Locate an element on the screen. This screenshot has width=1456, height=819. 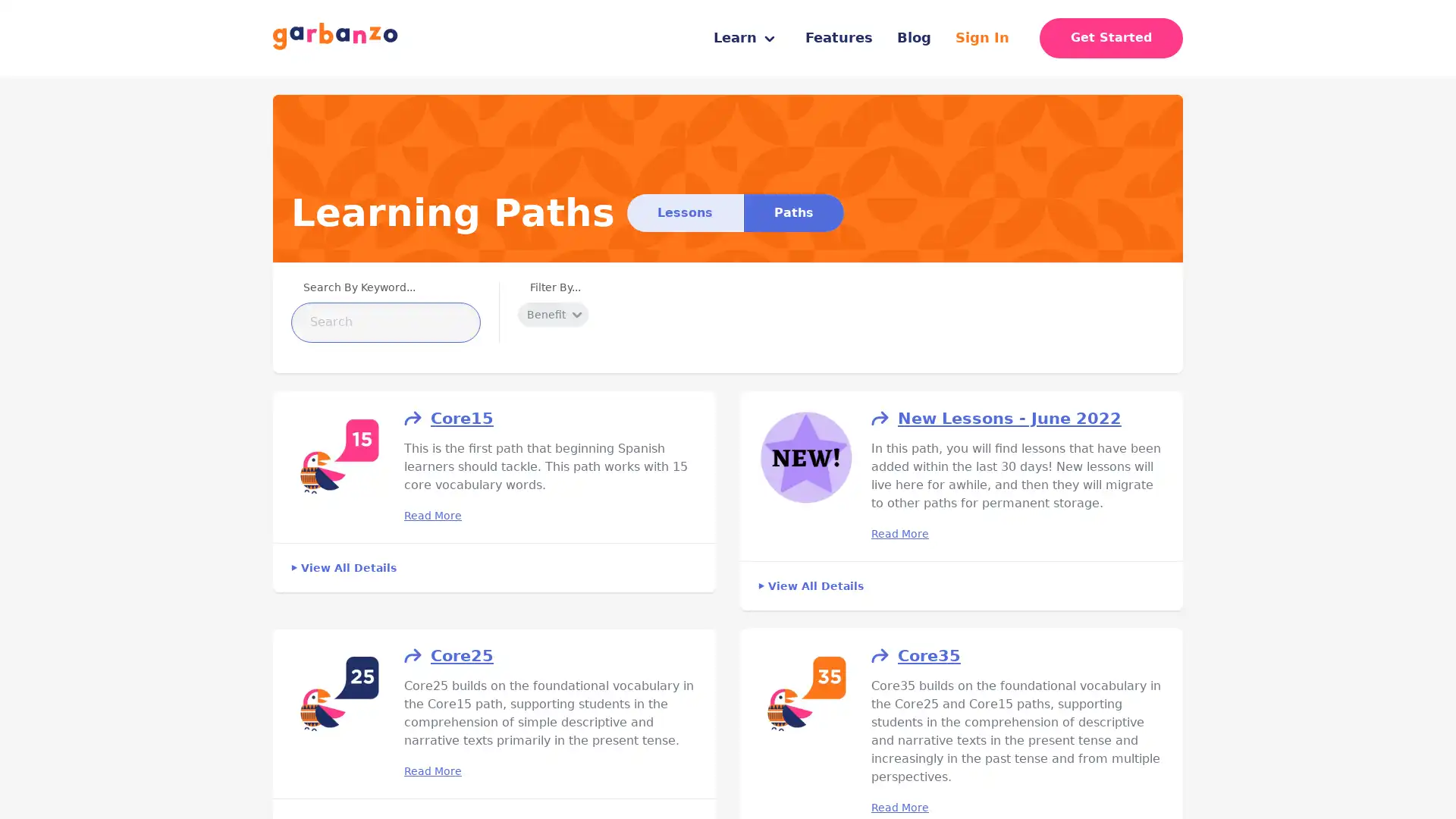
Benefit is located at coordinates (552, 314).